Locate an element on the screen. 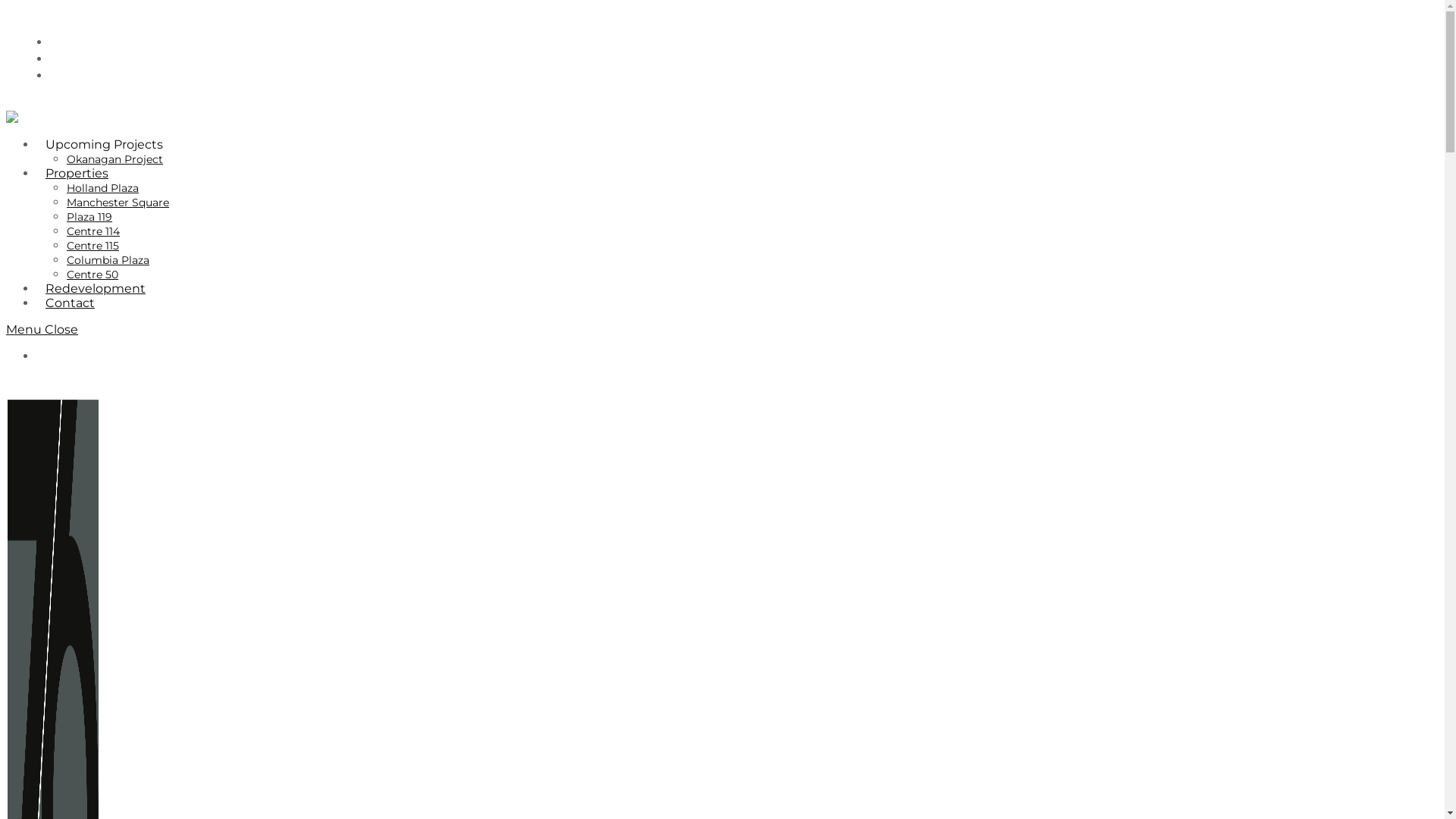 The image size is (1456, 819). 'Centre 114' is located at coordinates (93, 231).